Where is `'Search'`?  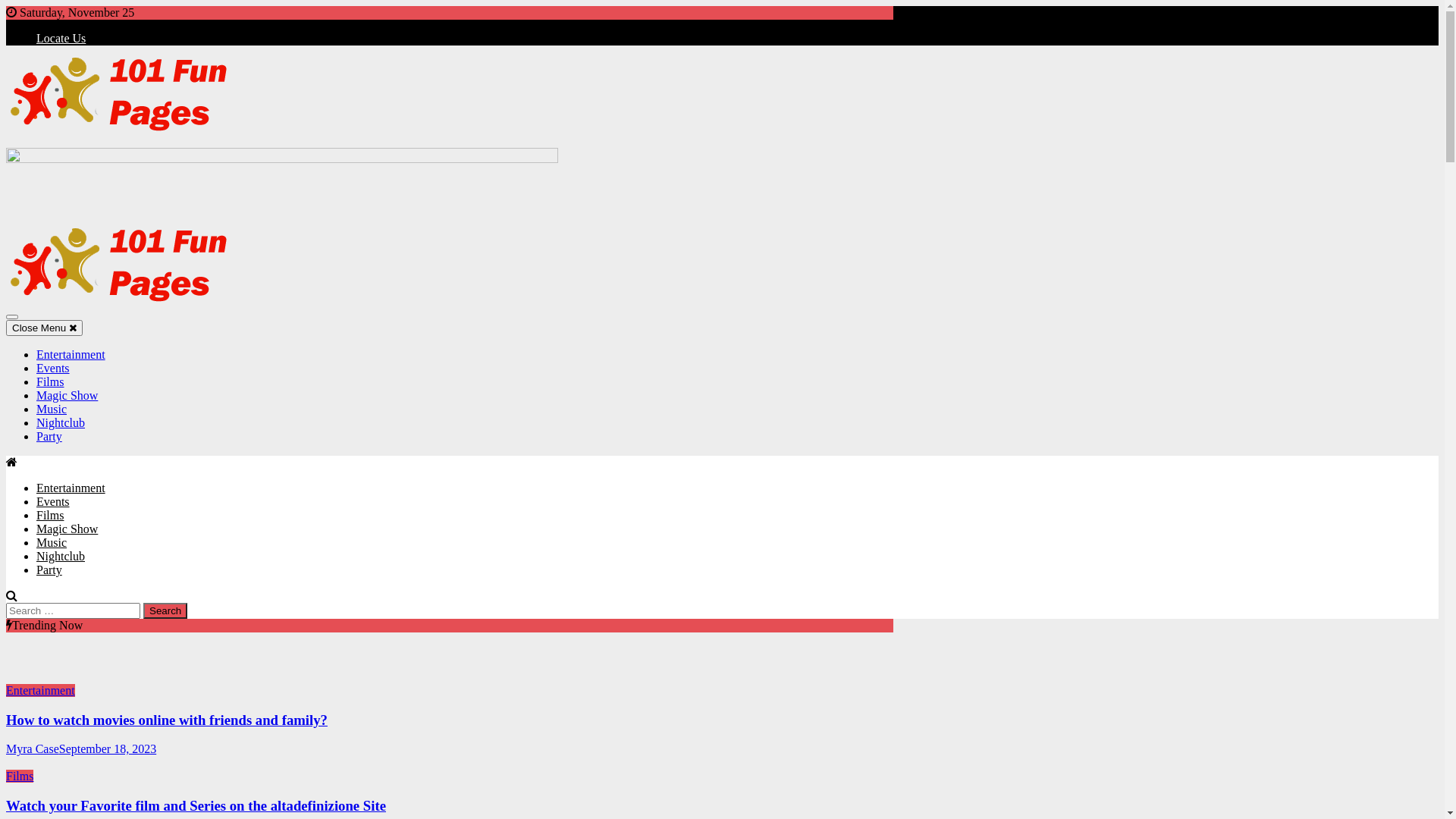
'Search' is located at coordinates (165, 610).